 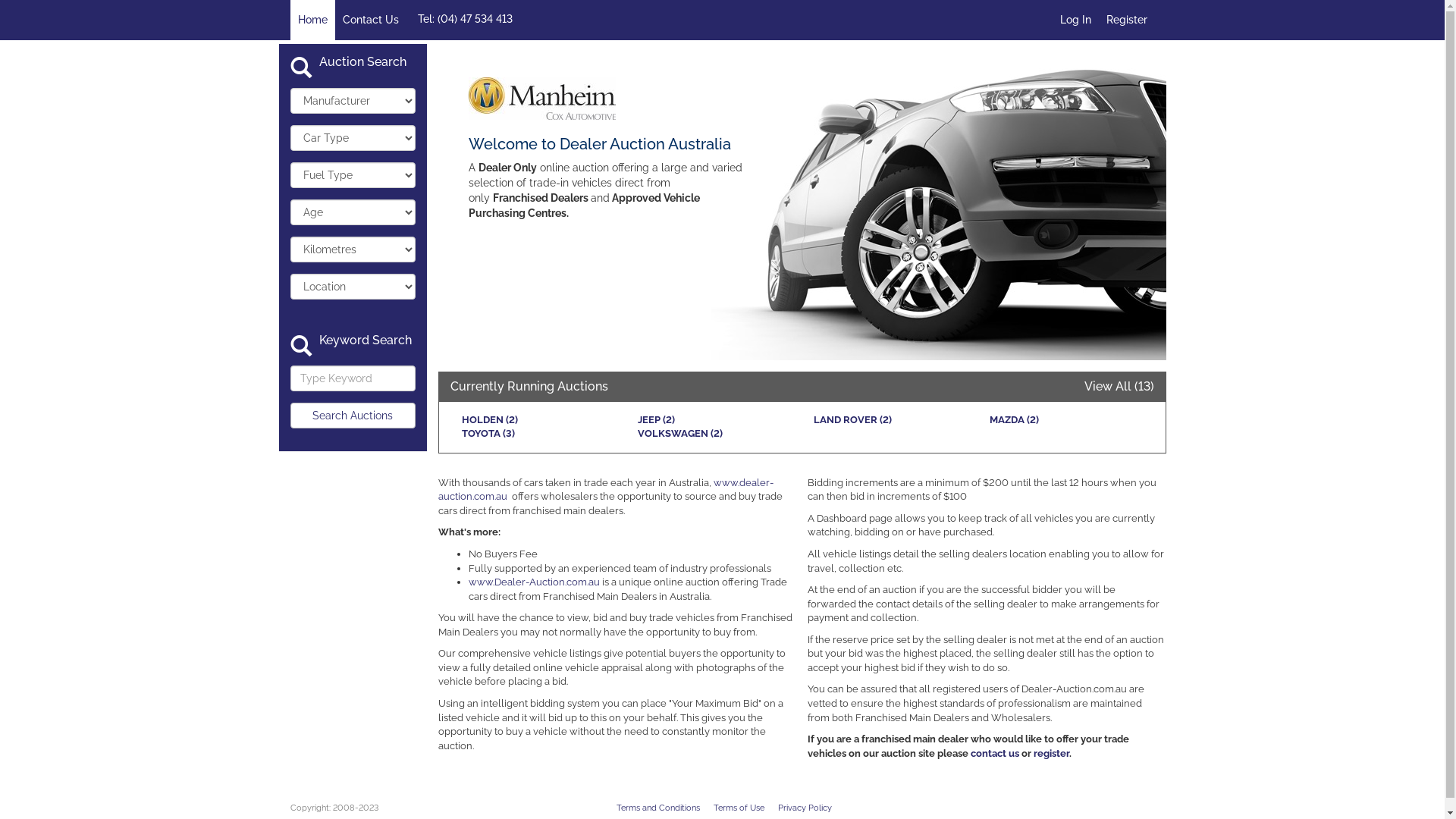 What do you see at coordinates (1125, 20) in the screenshot?
I see `'Register'` at bounding box center [1125, 20].